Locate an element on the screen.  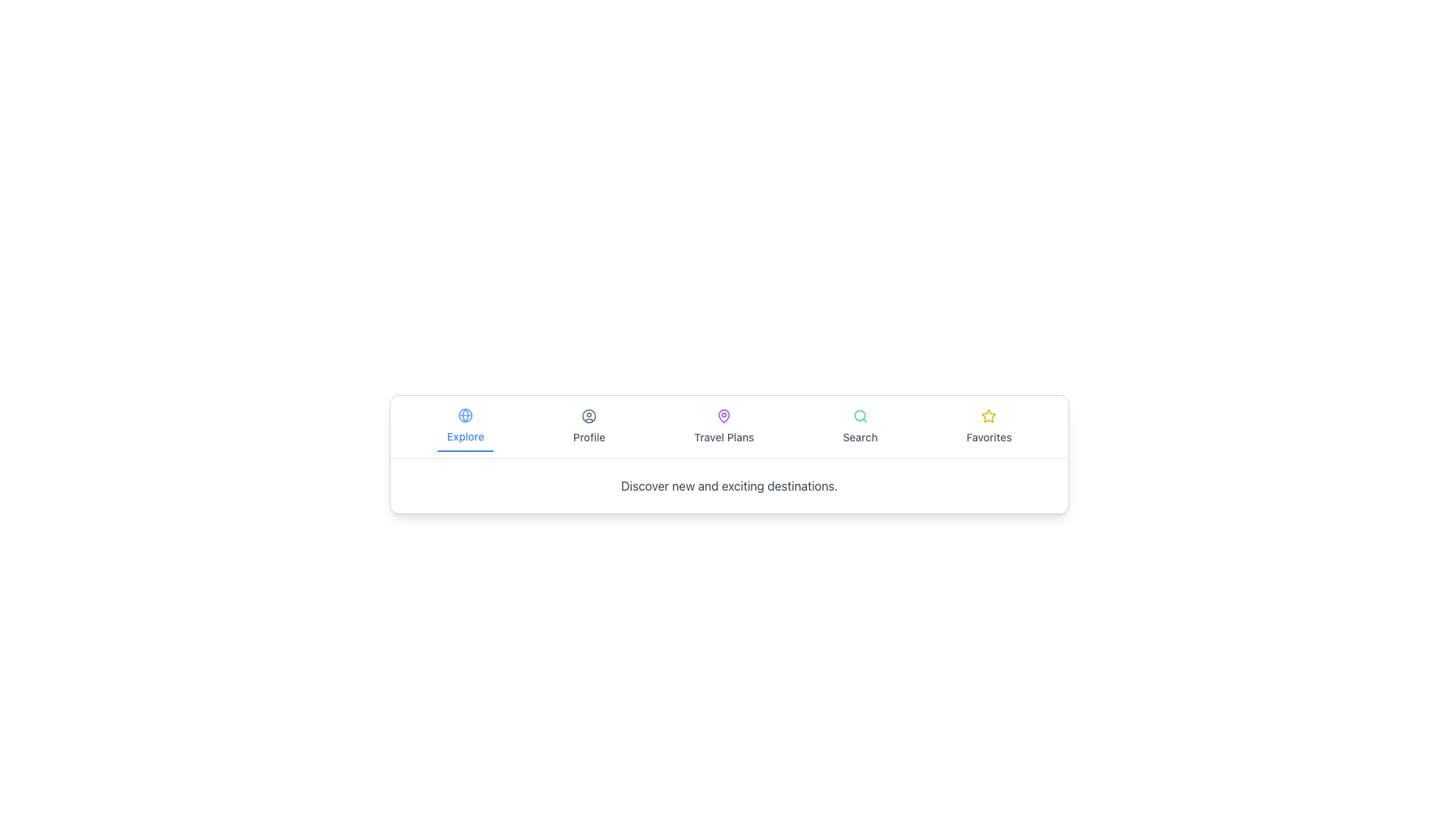
the 'Favorites' menu item, which displays a yellow star icon above the text in a medium gray font, located at the bottom of the interface in the horizontal navigation menu is located at coordinates (989, 427).